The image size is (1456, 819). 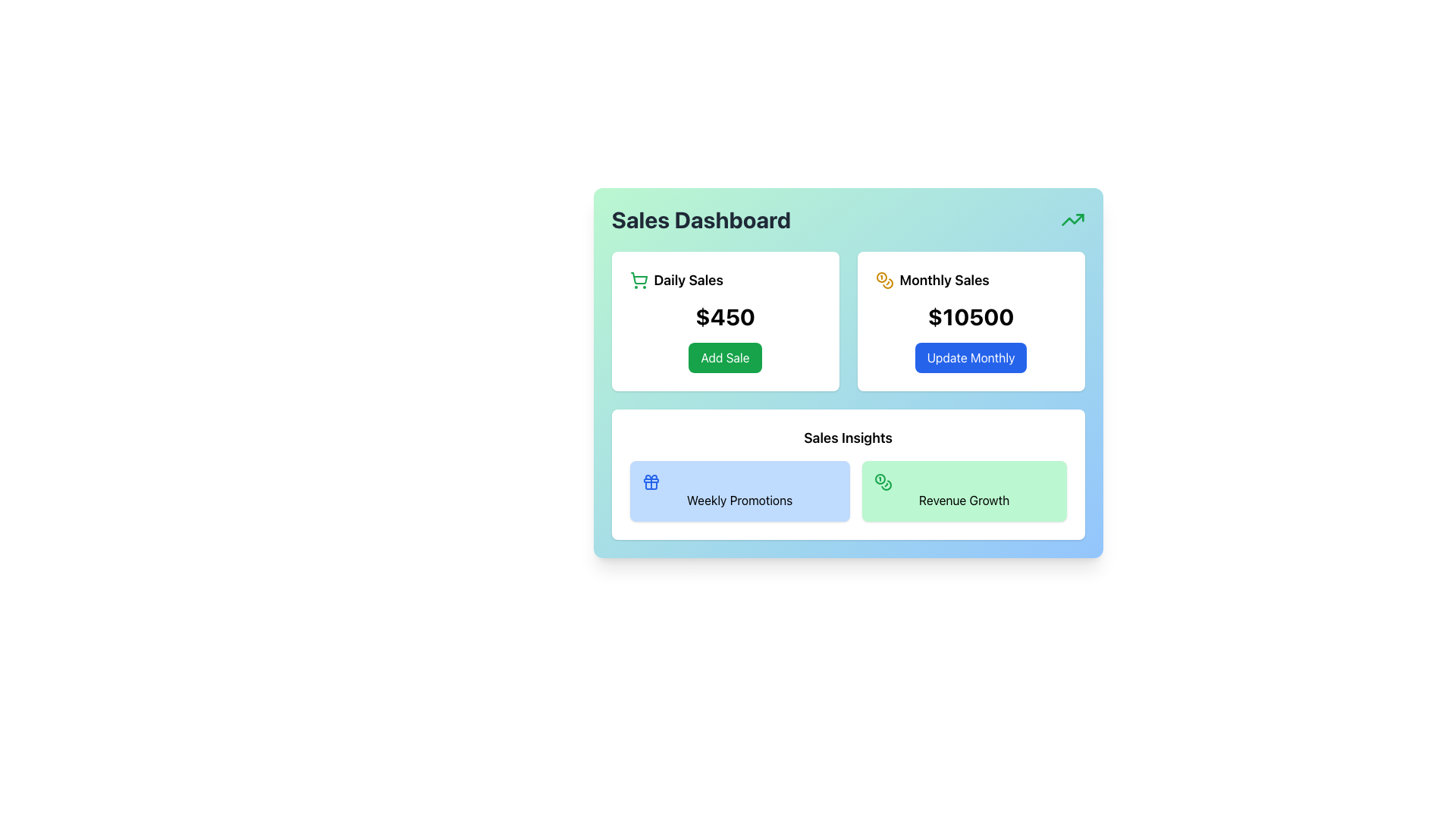 What do you see at coordinates (639, 281) in the screenshot?
I see `the small green shopping cart icon located in the top-left corner of the 'Daily Sales' card, adjacent to the 'Daily Sales' text` at bounding box center [639, 281].